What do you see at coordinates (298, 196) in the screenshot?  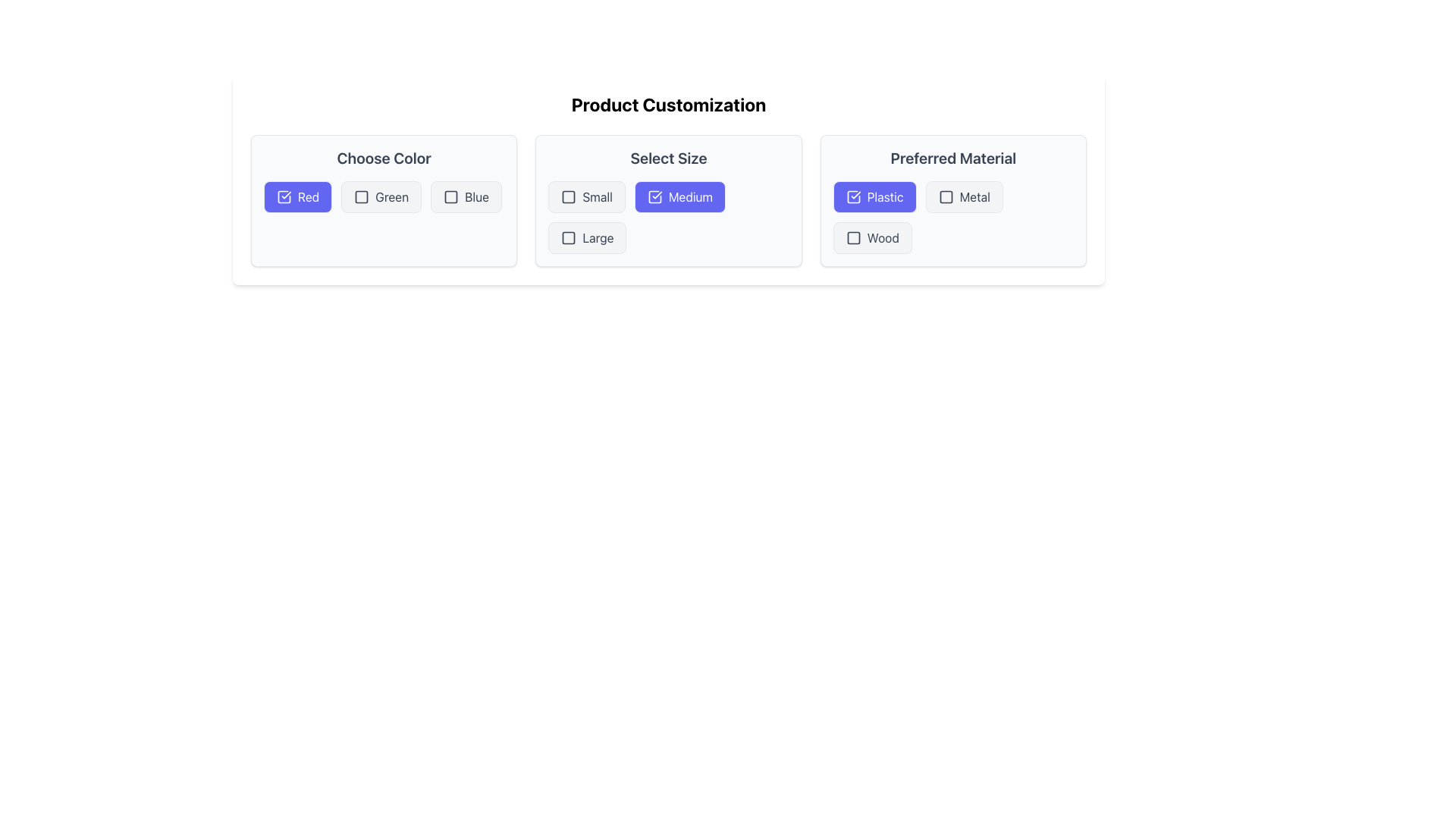 I see `the 'Red' button in the 'Choose Color' section for keyboard navigation` at bounding box center [298, 196].